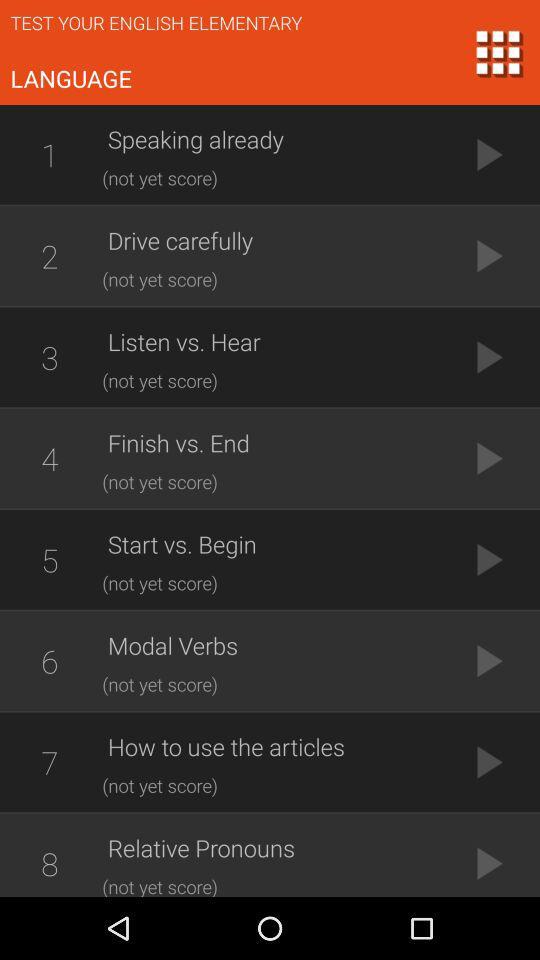 The width and height of the screenshot is (540, 960). Describe the element at coordinates (49, 153) in the screenshot. I see `icon next to  speaking already app` at that location.